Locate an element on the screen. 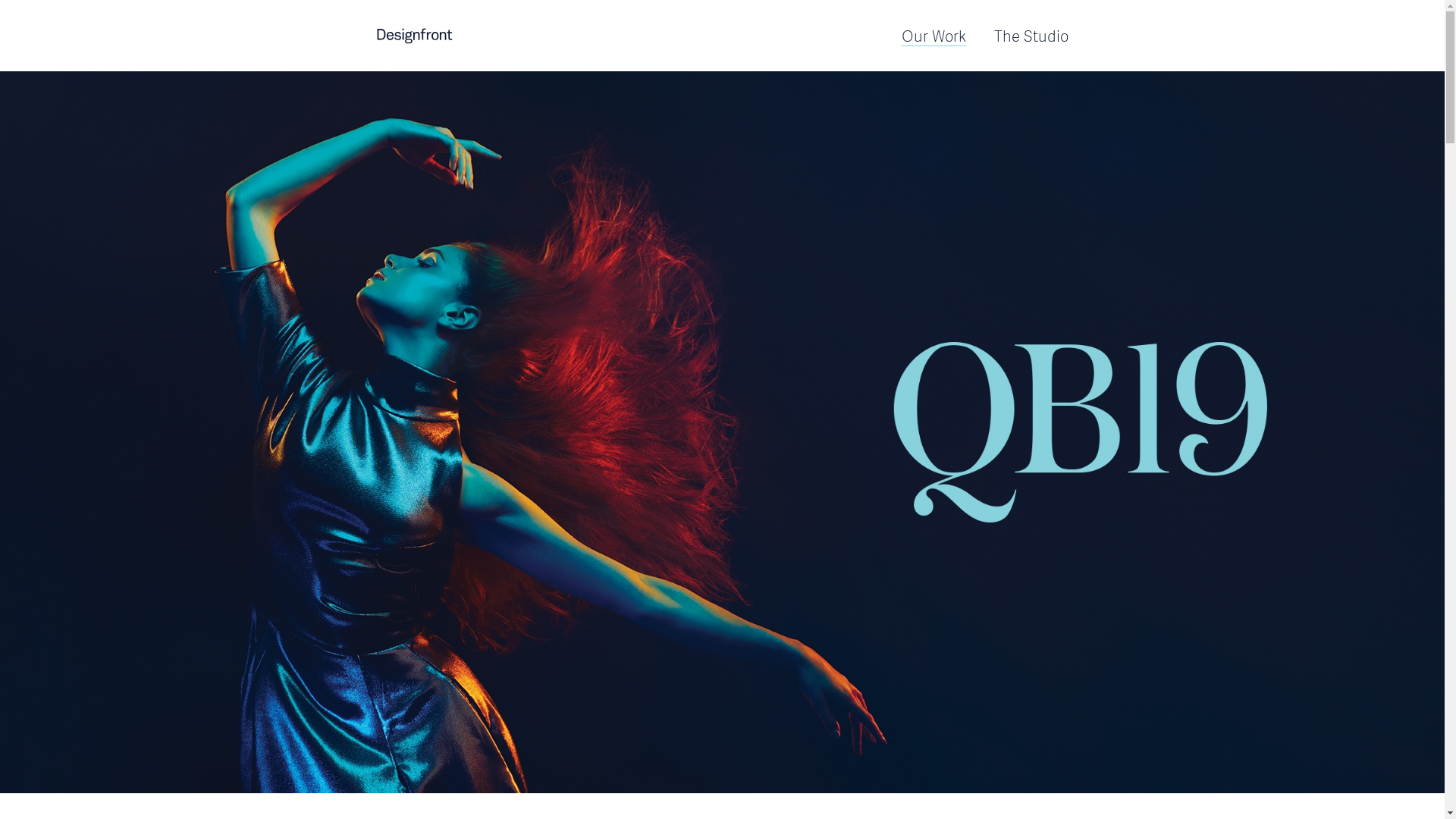 The width and height of the screenshot is (1456, 819). 'Our Work' is located at coordinates (932, 34).